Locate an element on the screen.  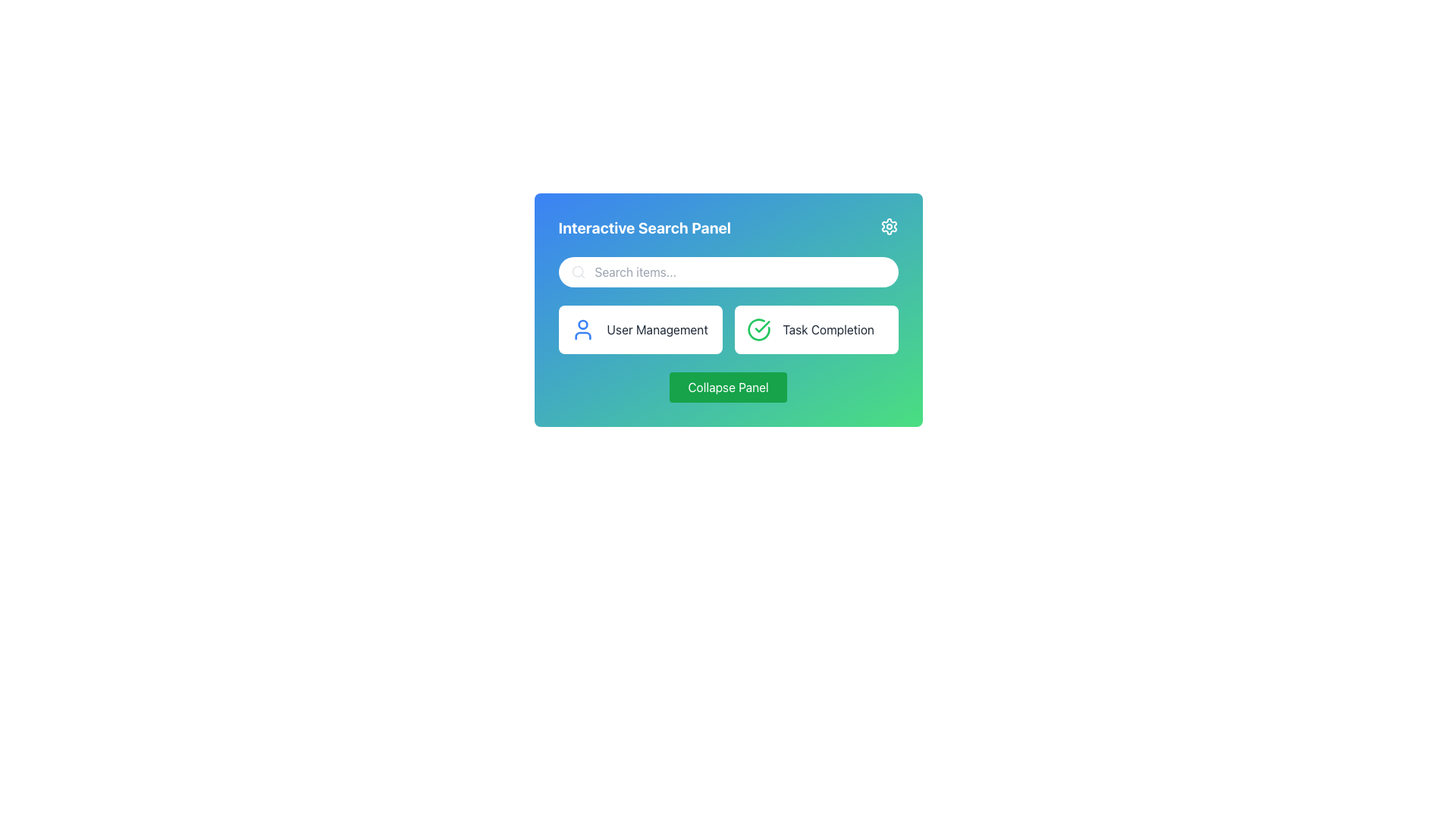
the settings icon/button located at the top-right corner of the 'Interactive Search Panel' is located at coordinates (889, 227).